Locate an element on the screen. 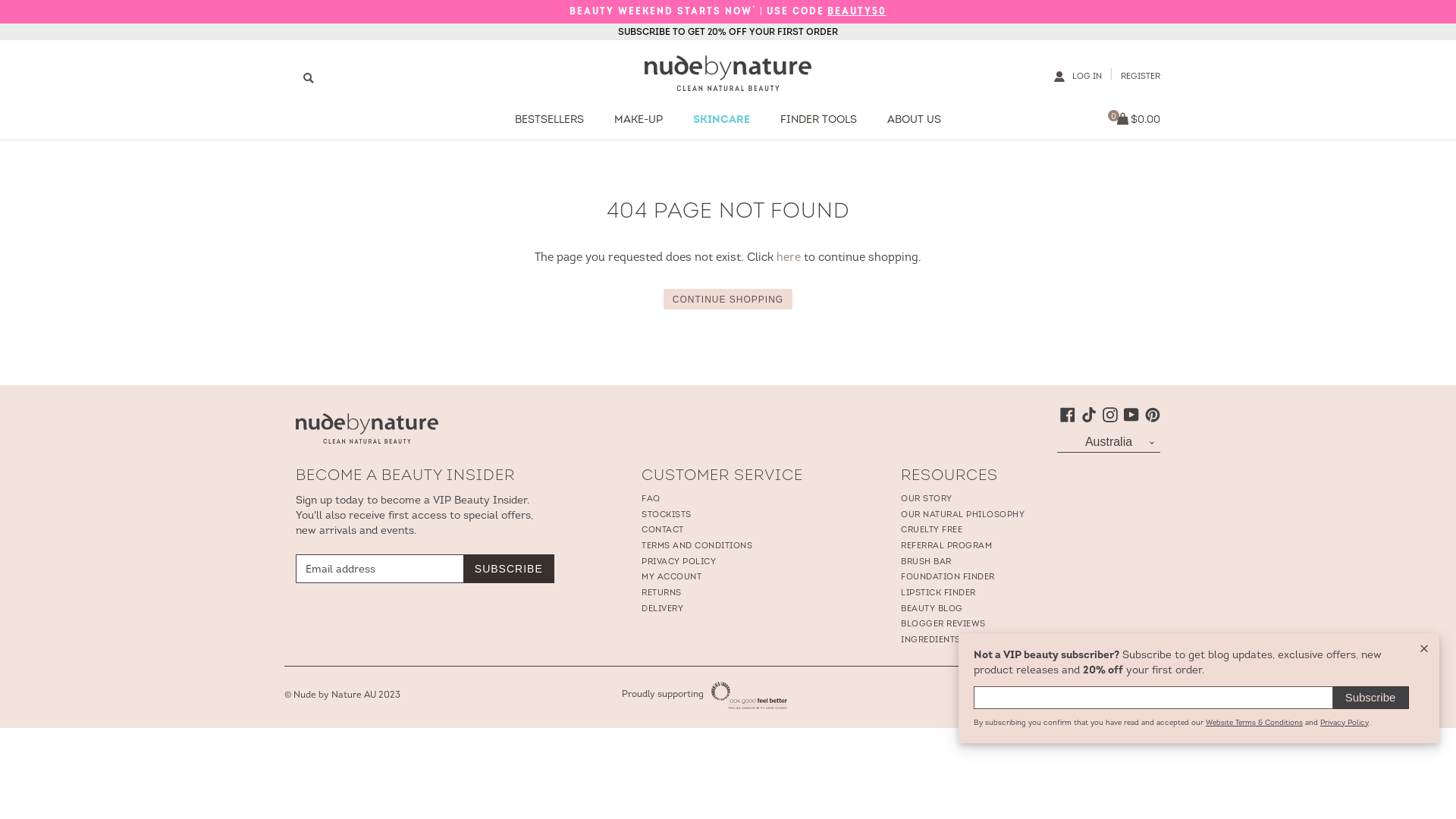 The height and width of the screenshot is (819, 1456). 'LOG IN' is located at coordinates (1086, 77).